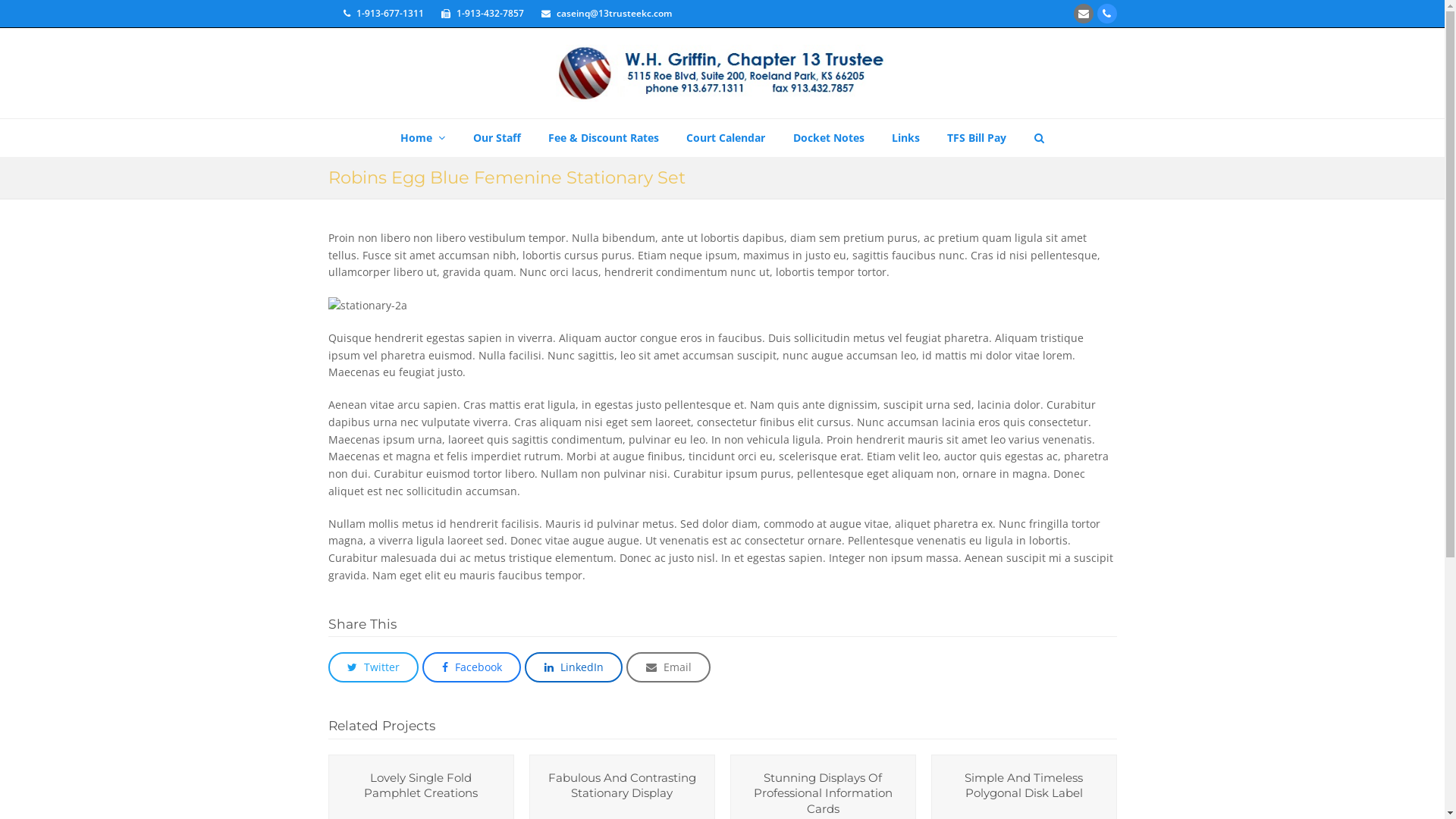 Image resolution: width=1456 pixels, height=819 pixels. I want to click on 'TFS Bill Pay', so click(976, 137).